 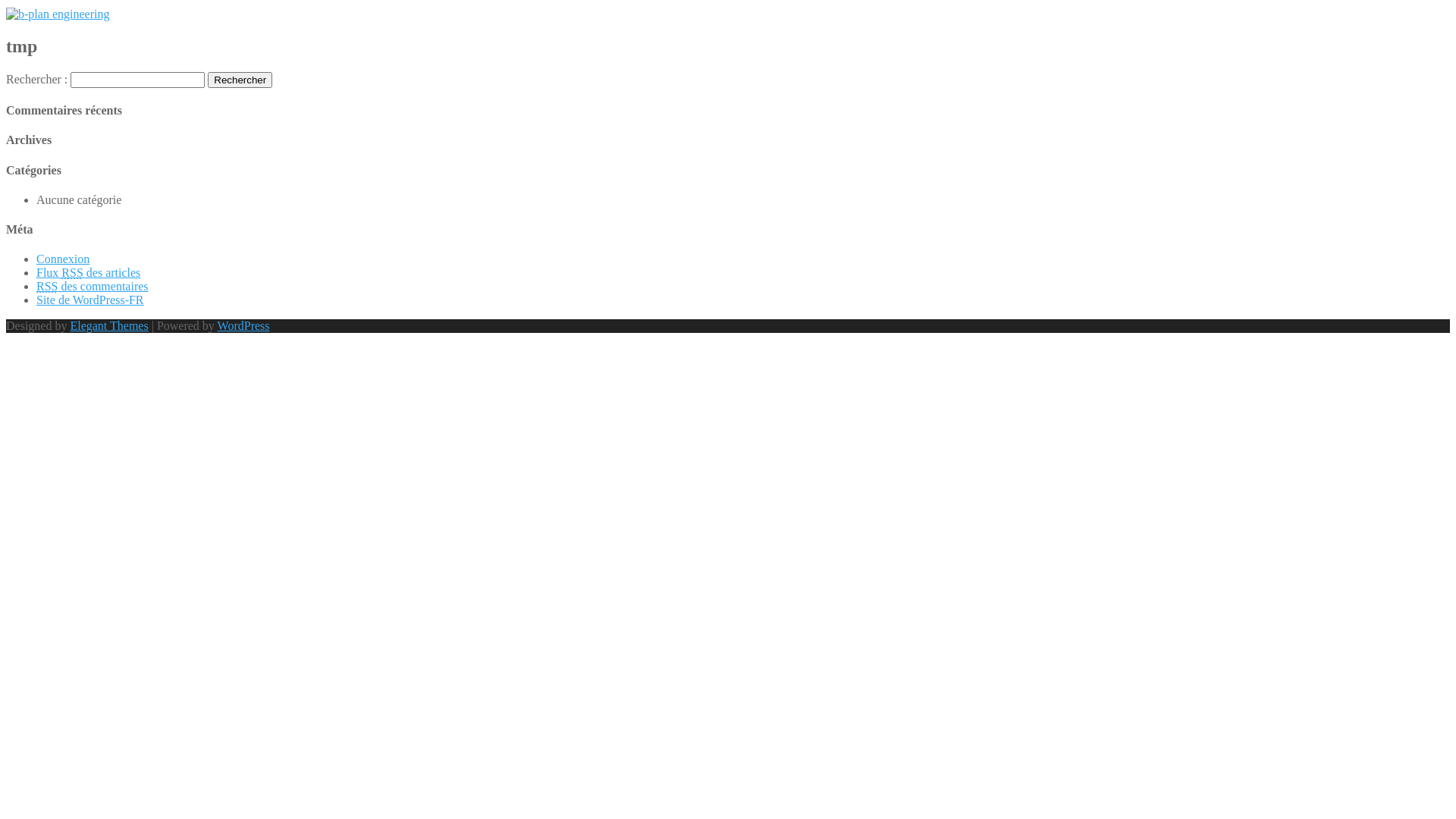 I want to click on 'Rechercher', so click(x=206, y=80).